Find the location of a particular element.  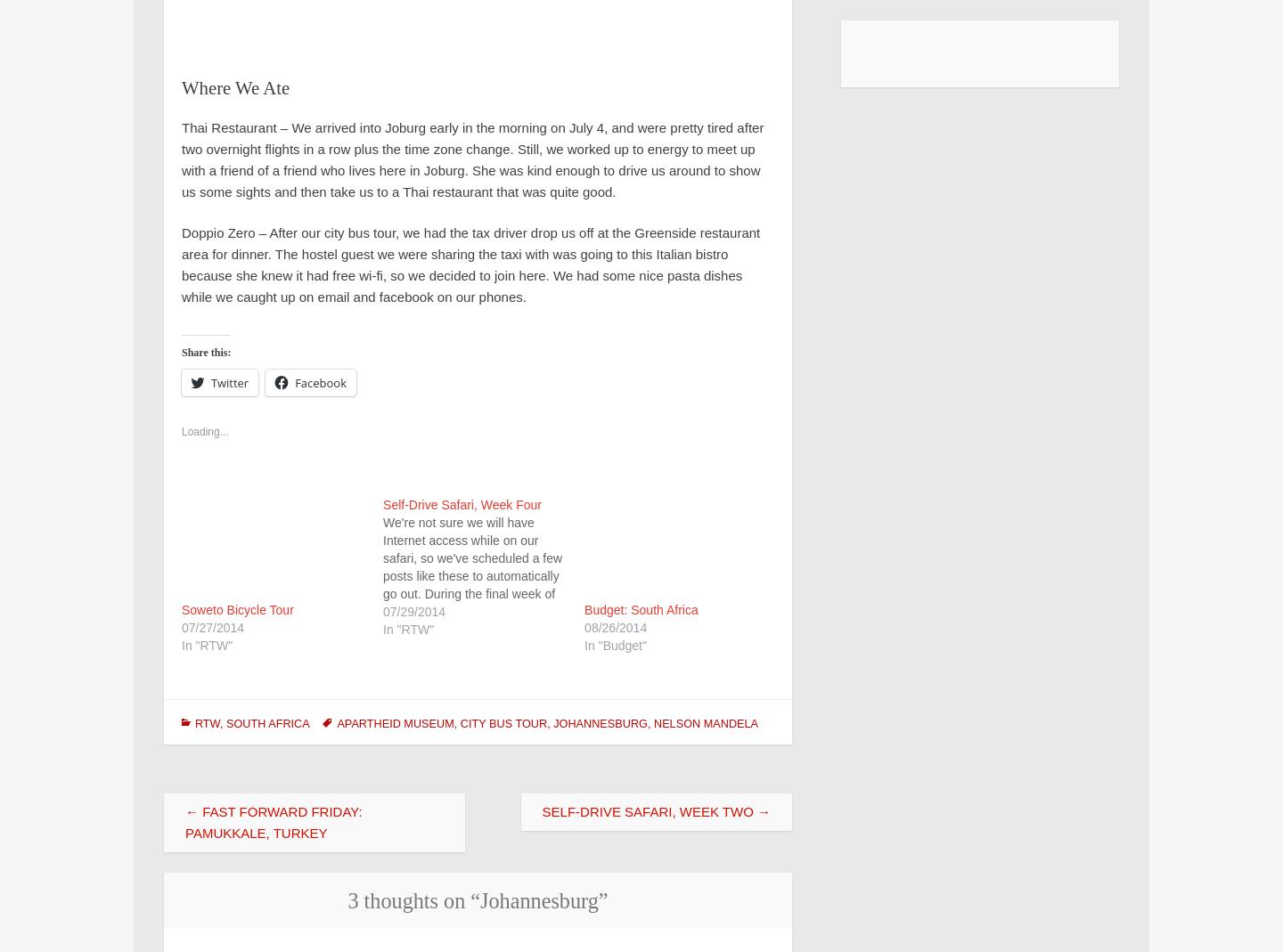

'Doppio Zero – After our city bus tour, we had the tax driver drop us off at the Greenside restaurant area for dinner. The hostel guest we were sharing the taxi with was going to this Italian bistro because she knew it had free wi-fi, so we decided to join here. We had some nice pasta dishes while we caught up on email and facebook on our phones.' is located at coordinates (470, 264).